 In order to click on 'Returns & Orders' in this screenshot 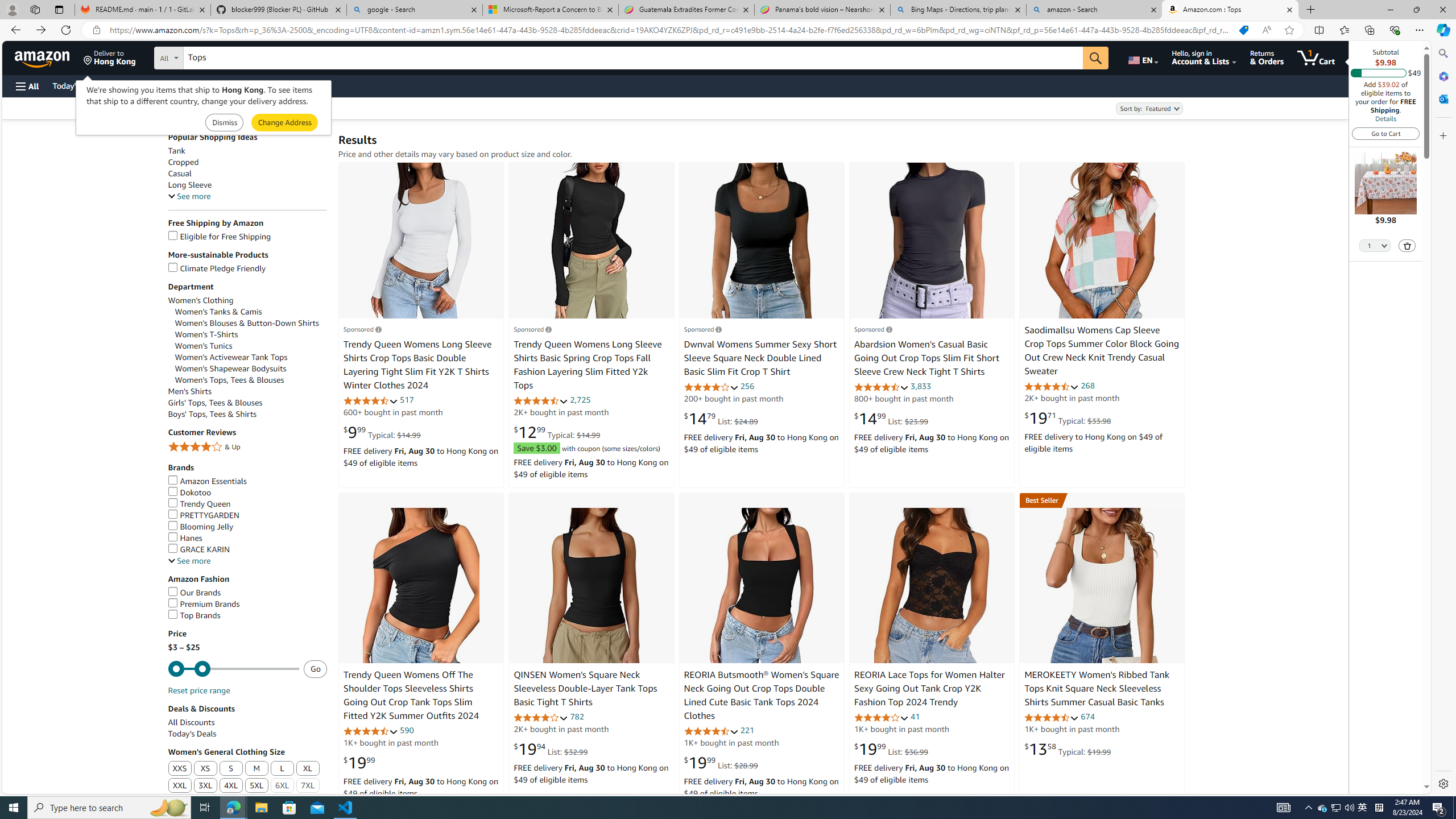, I will do `click(1266, 57)`.